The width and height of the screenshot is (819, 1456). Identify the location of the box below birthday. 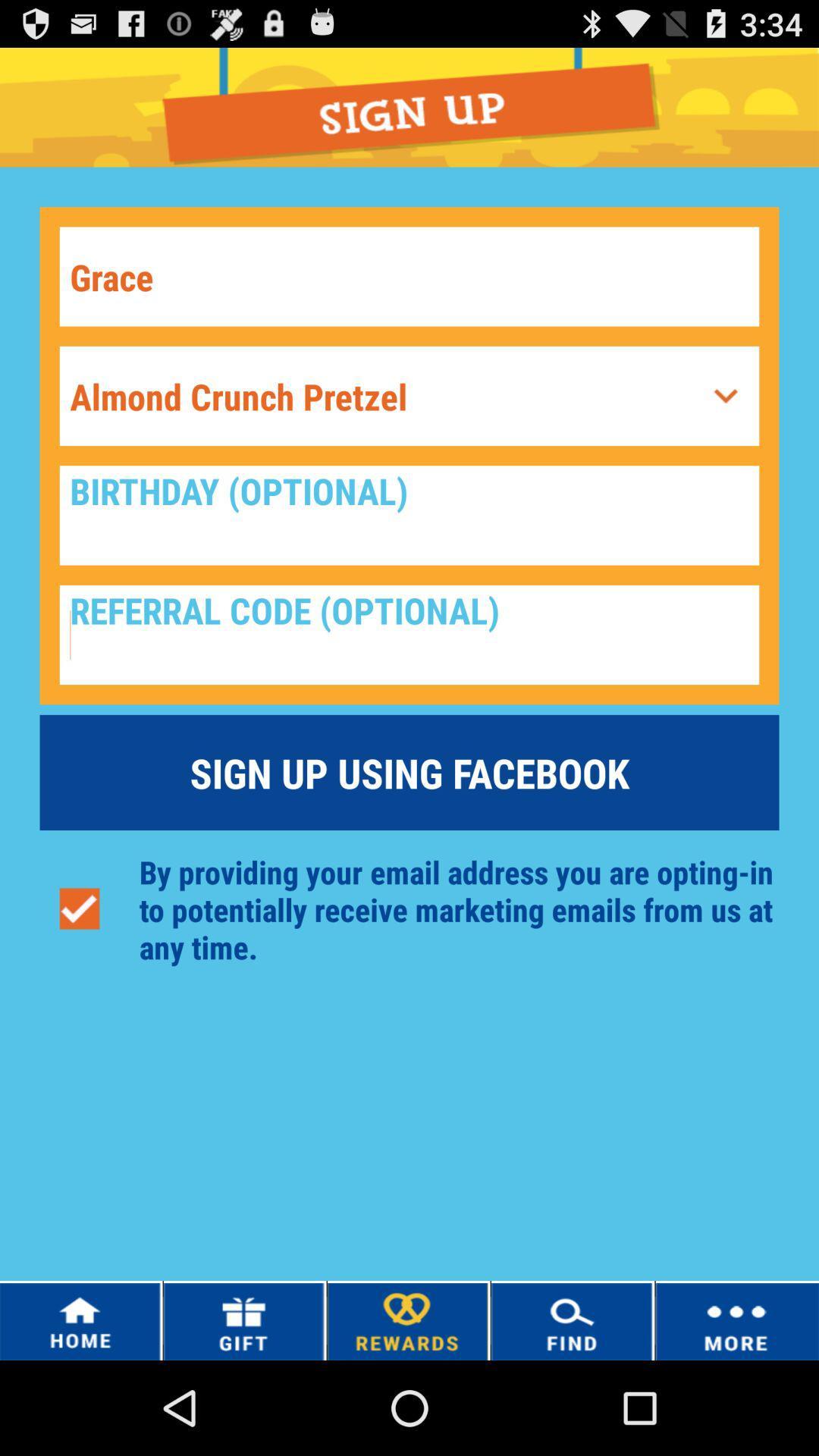
(409, 635).